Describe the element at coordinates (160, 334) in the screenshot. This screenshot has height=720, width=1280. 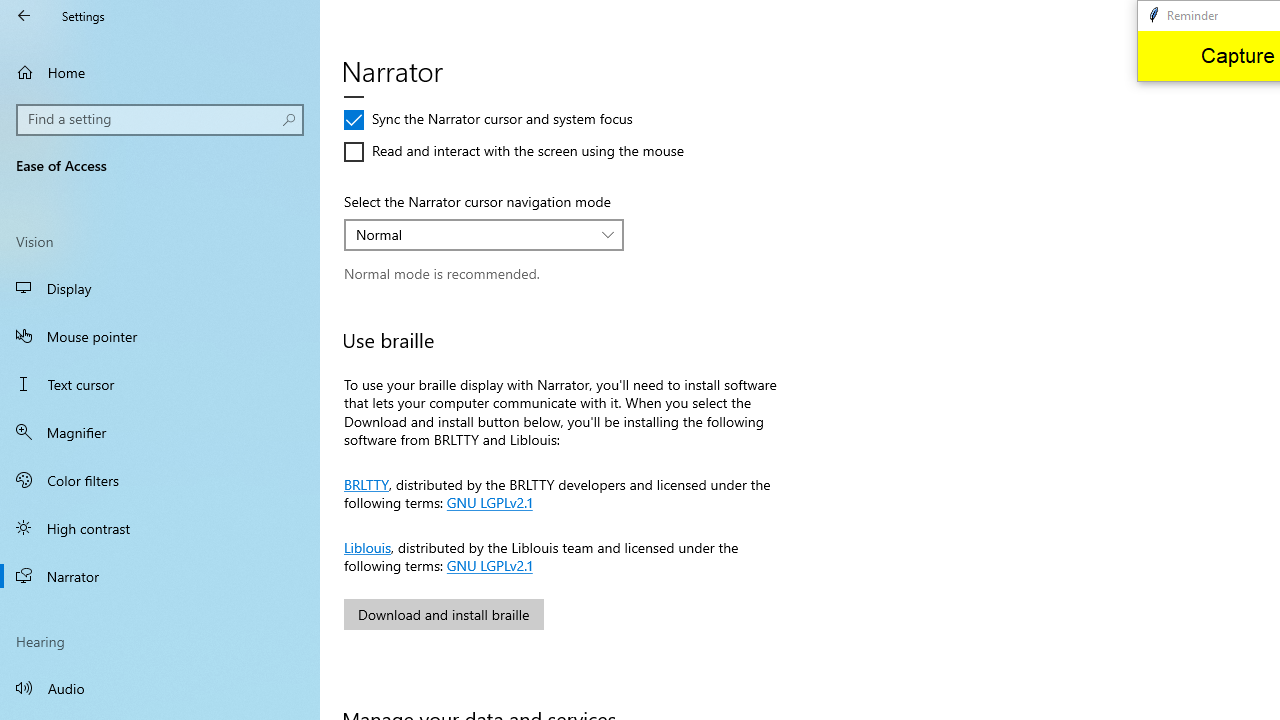
I see `'Mouse pointer'` at that location.